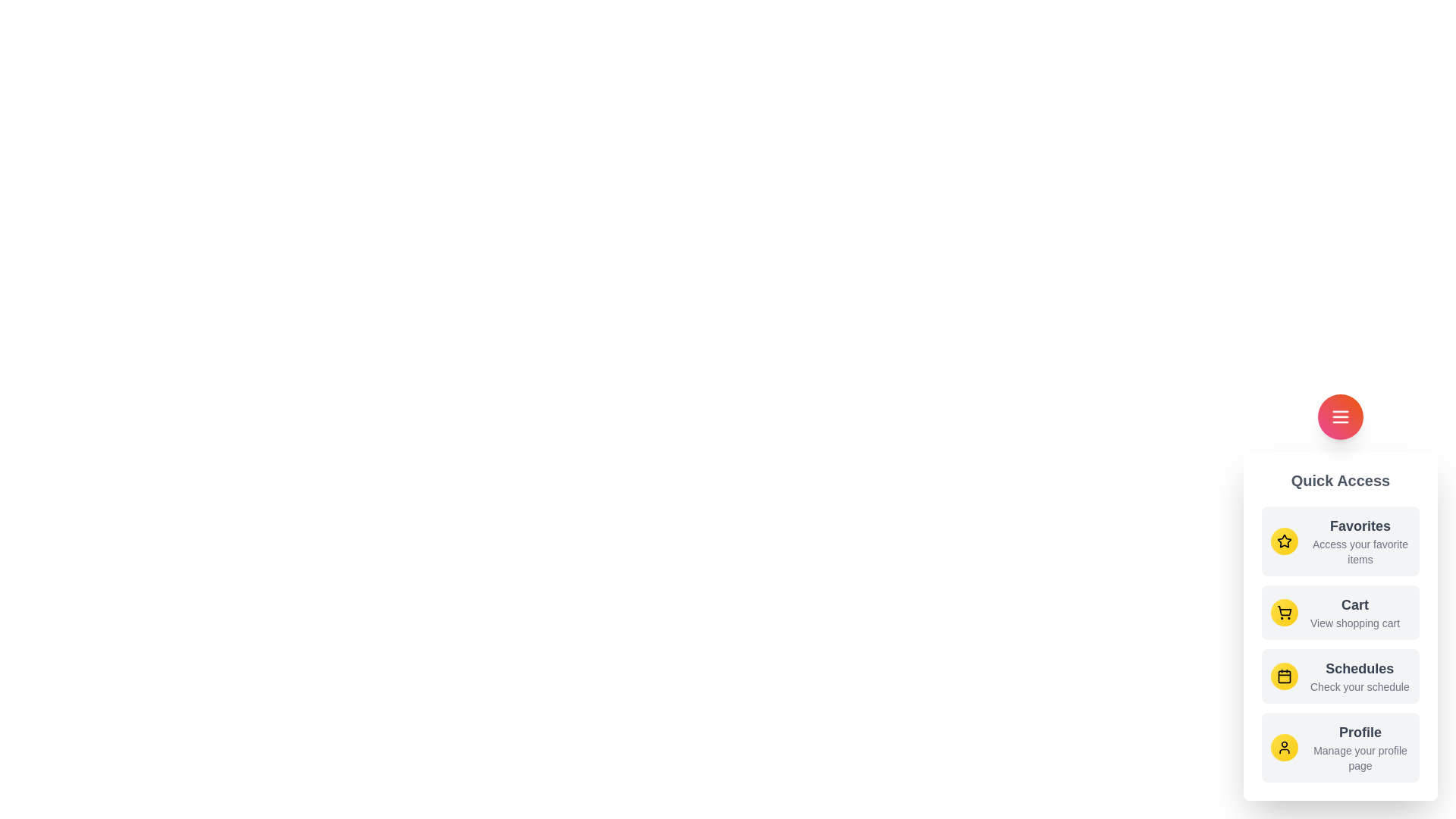 Image resolution: width=1456 pixels, height=819 pixels. Describe the element at coordinates (1340, 611) in the screenshot. I see `the 'Cart' option in the InteractiveSpeedDial component` at that location.